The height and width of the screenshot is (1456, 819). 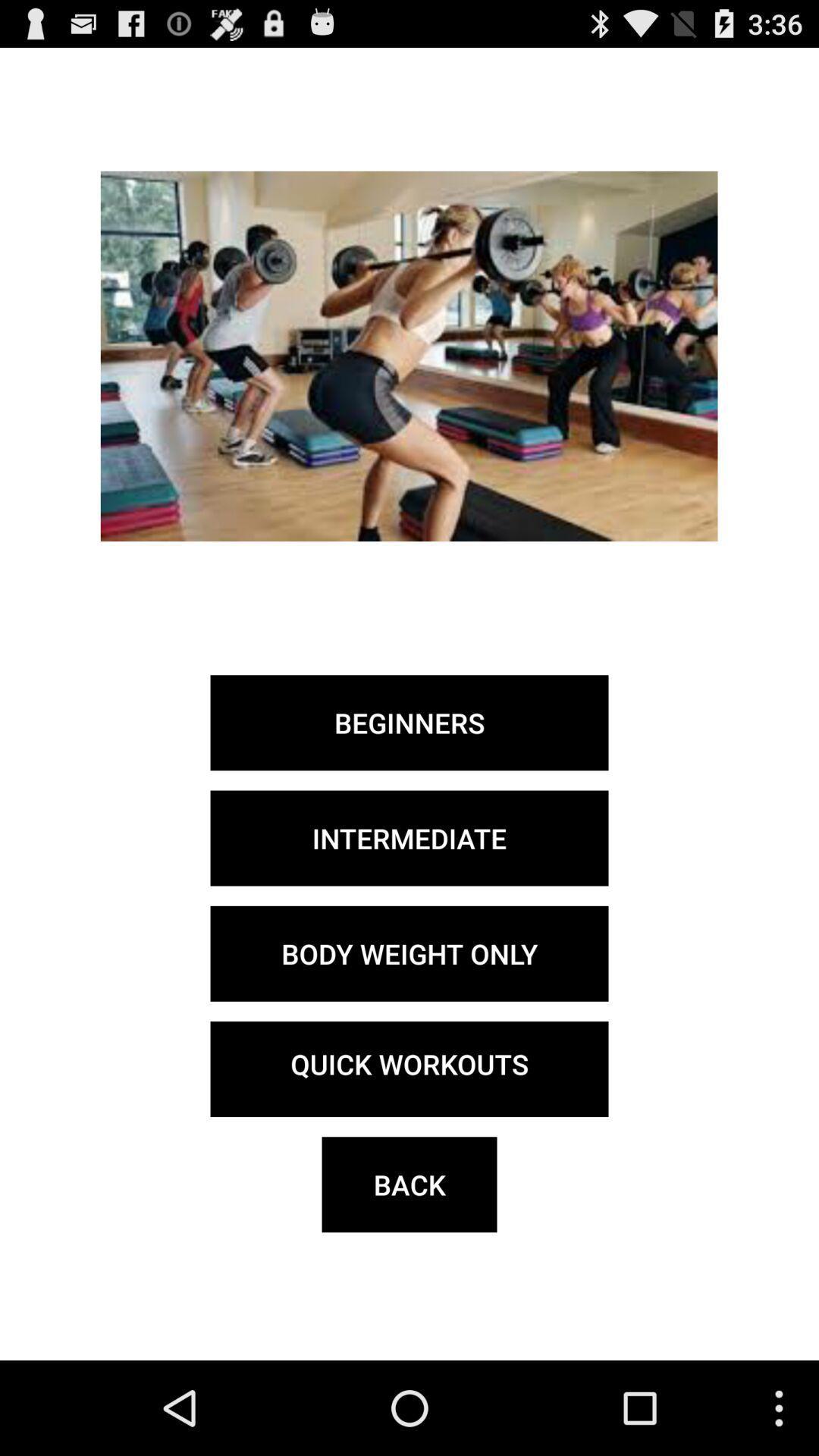 What do you see at coordinates (409, 1184) in the screenshot?
I see `back item` at bounding box center [409, 1184].